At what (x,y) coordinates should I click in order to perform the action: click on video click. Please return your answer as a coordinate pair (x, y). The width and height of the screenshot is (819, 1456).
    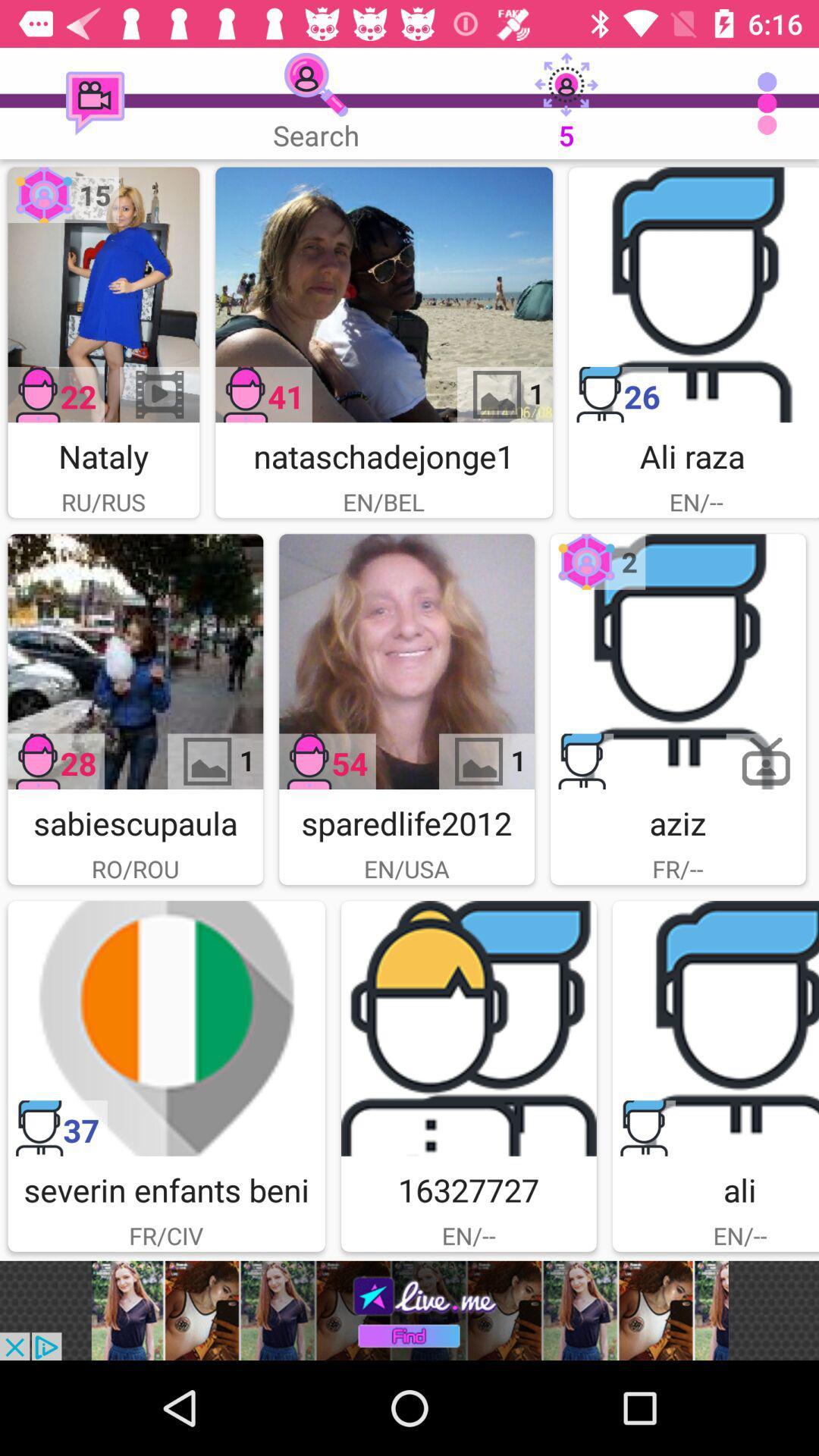
    Looking at the image, I should click on (134, 661).